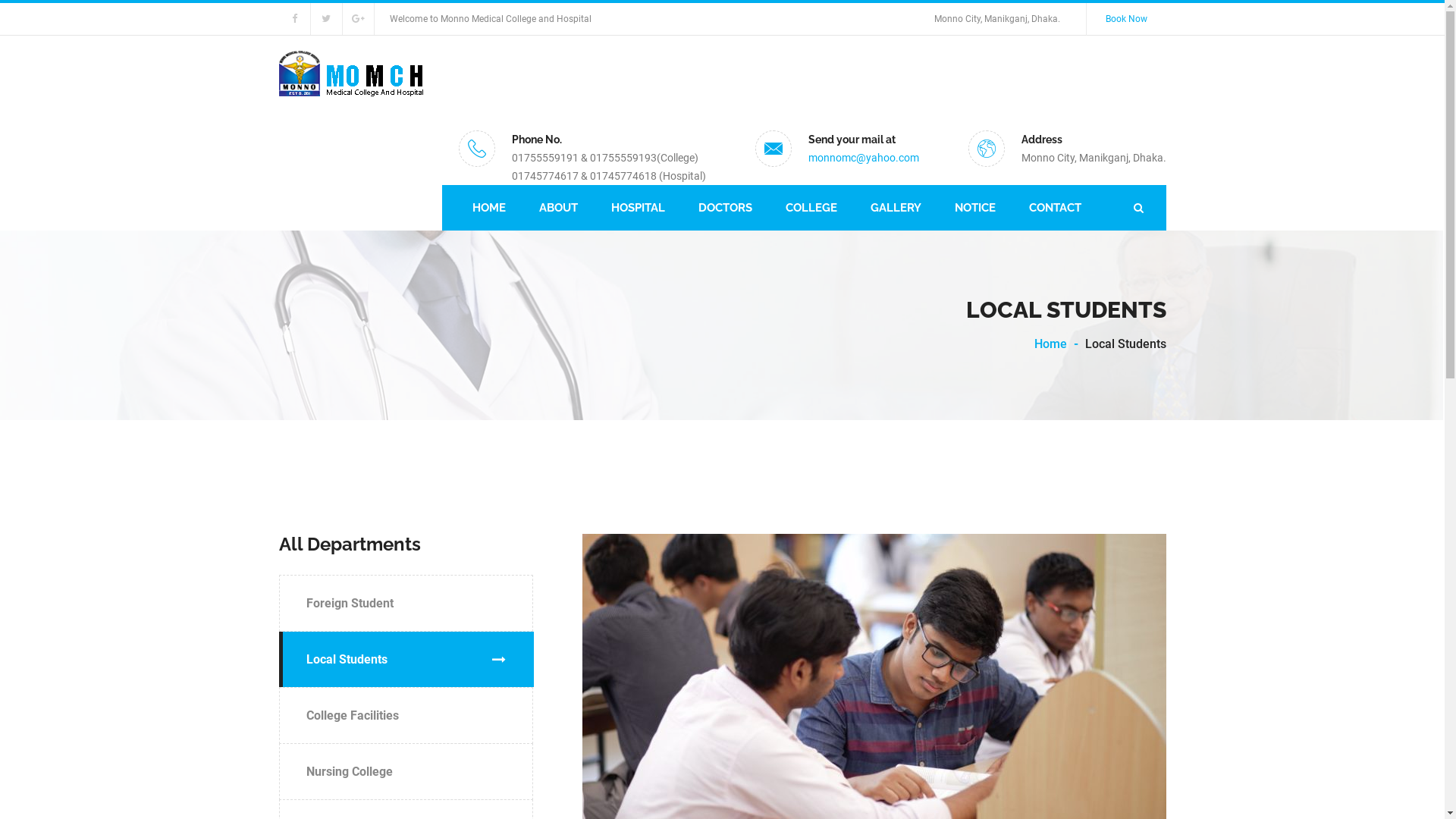 This screenshot has height=819, width=1456. Describe the element at coordinates (488, 207) in the screenshot. I see `'HOME'` at that location.